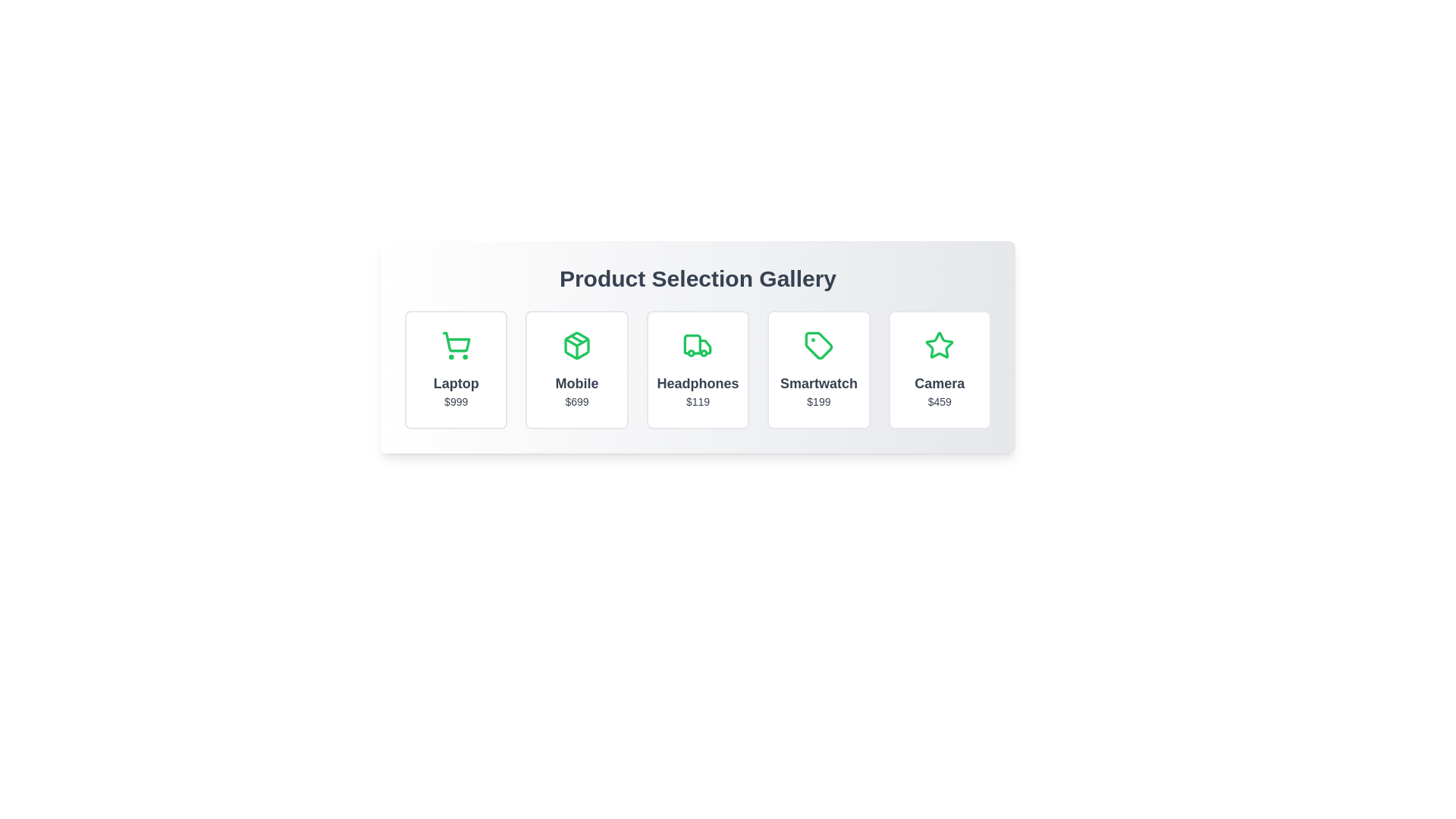 The width and height of the screenshot is (1456, 819). Describe the element at coordinates (704, 347) in the screenshot. I see `the green truck icon located in the third card of the 'Product Selection Gallery', which is positioned above the 'Headphones' label` at that location.